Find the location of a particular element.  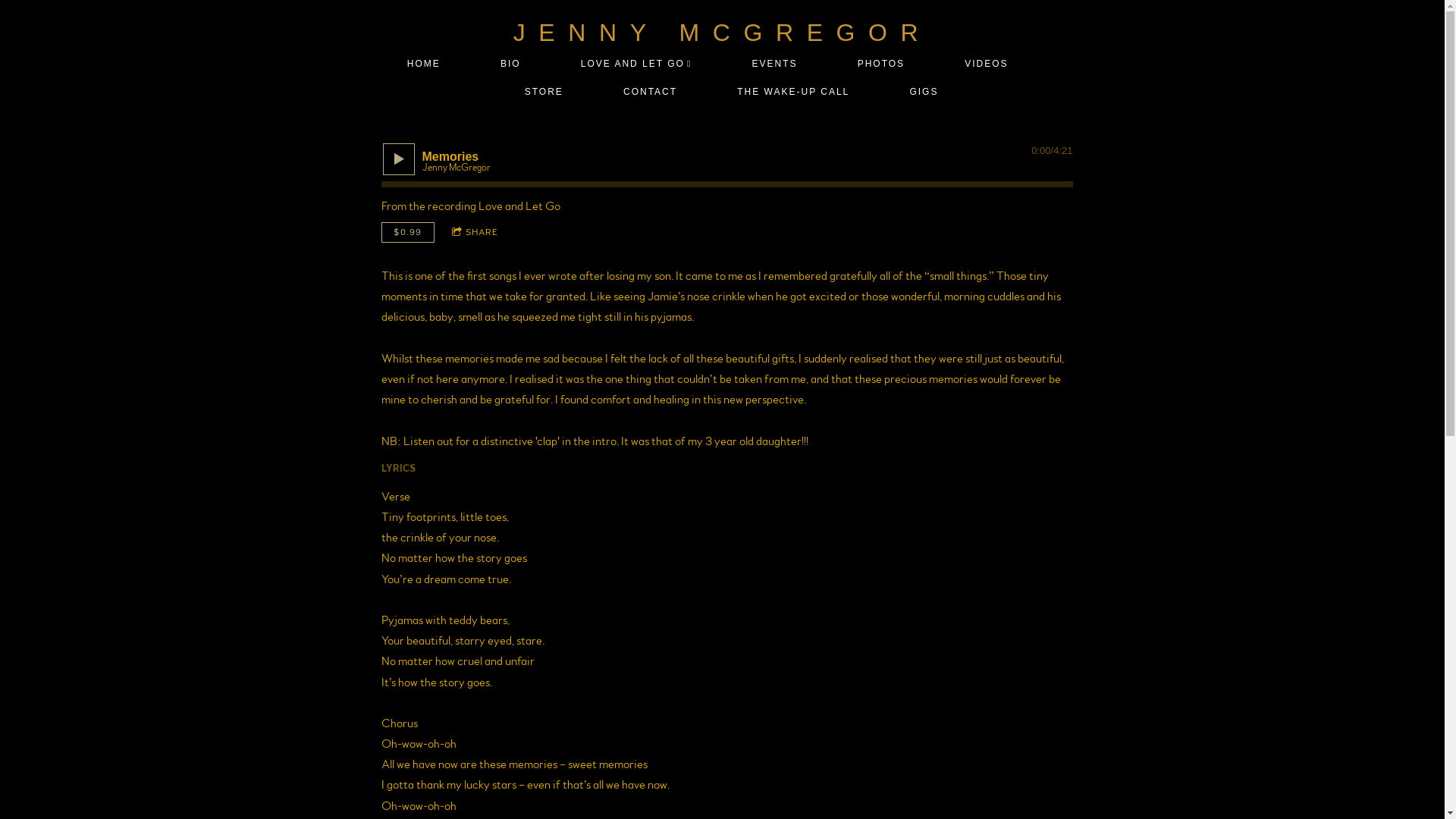

'THE WAKE-UP CALL' is located at coordinates (792, 92).